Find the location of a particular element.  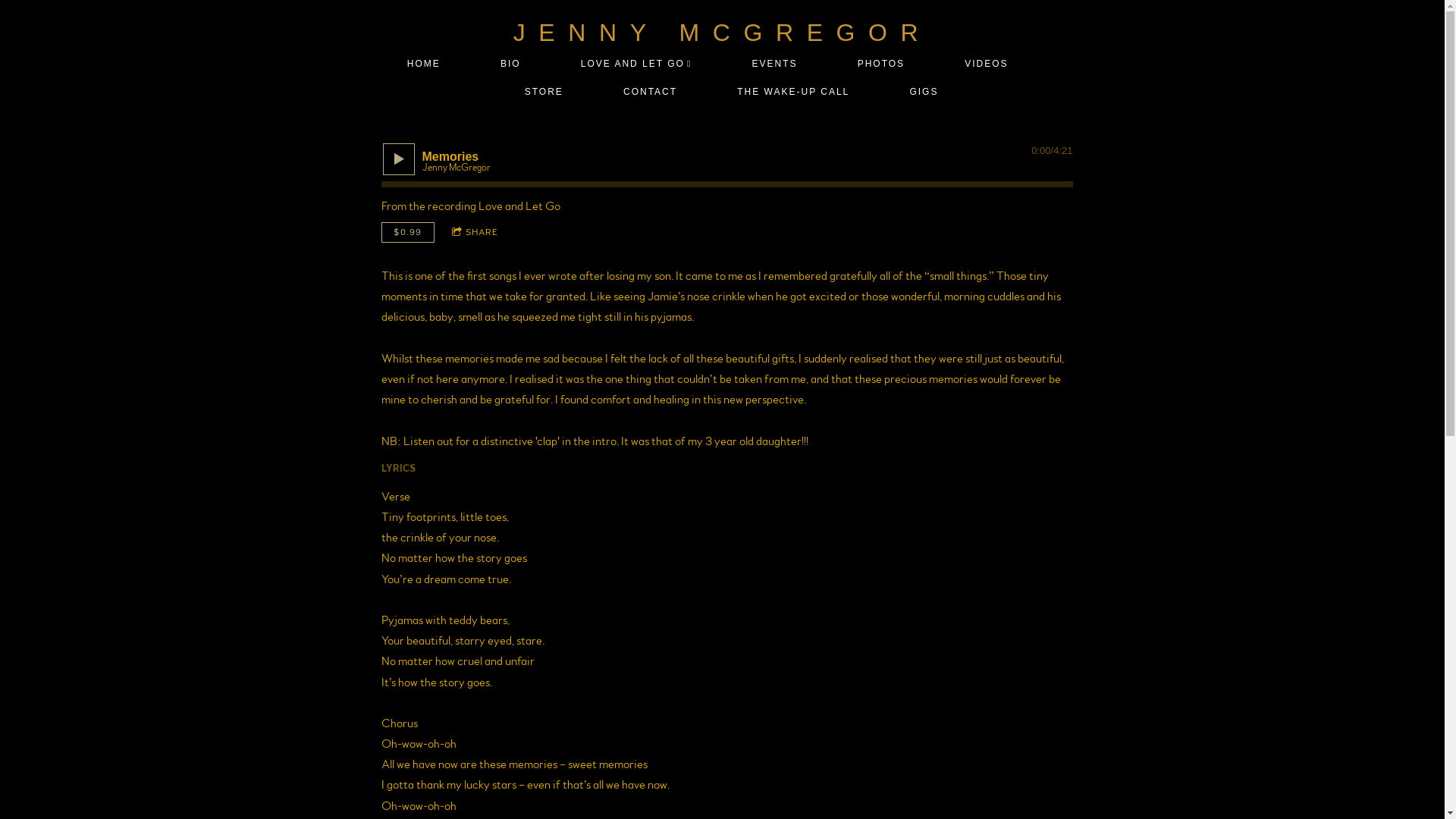

'THE WAKE-UP CALL' is located at coordinates (792, 92).